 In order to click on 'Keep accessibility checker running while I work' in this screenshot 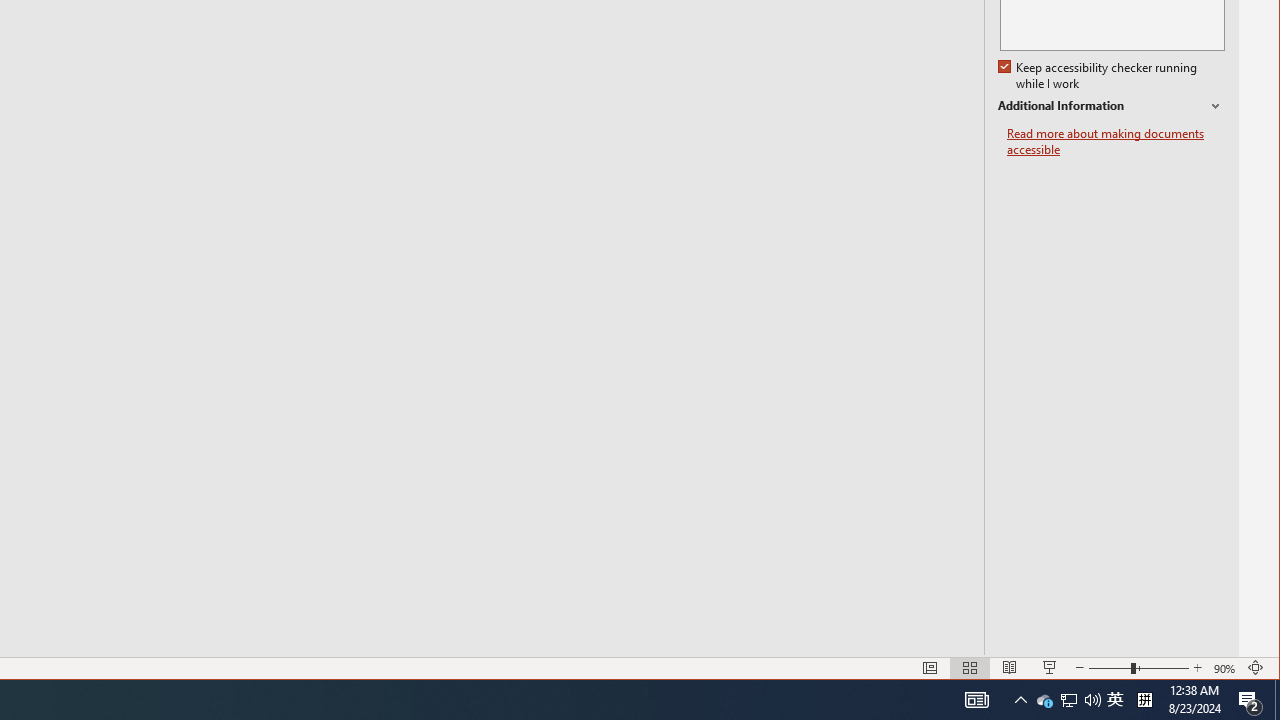, I will do `click(1098, 75)`.